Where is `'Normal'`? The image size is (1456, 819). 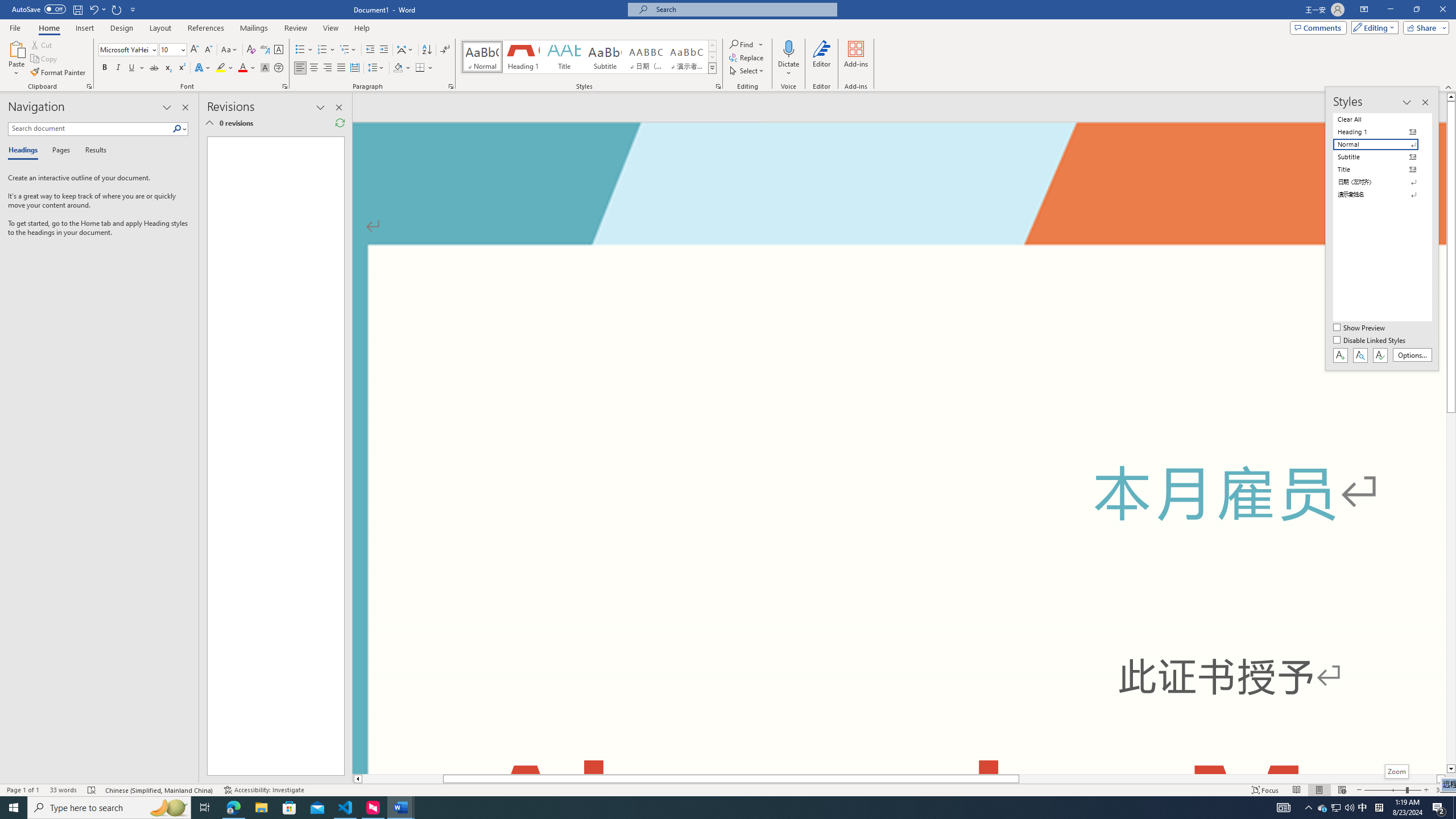
'Normal' is located at coordinates (1383, 144).